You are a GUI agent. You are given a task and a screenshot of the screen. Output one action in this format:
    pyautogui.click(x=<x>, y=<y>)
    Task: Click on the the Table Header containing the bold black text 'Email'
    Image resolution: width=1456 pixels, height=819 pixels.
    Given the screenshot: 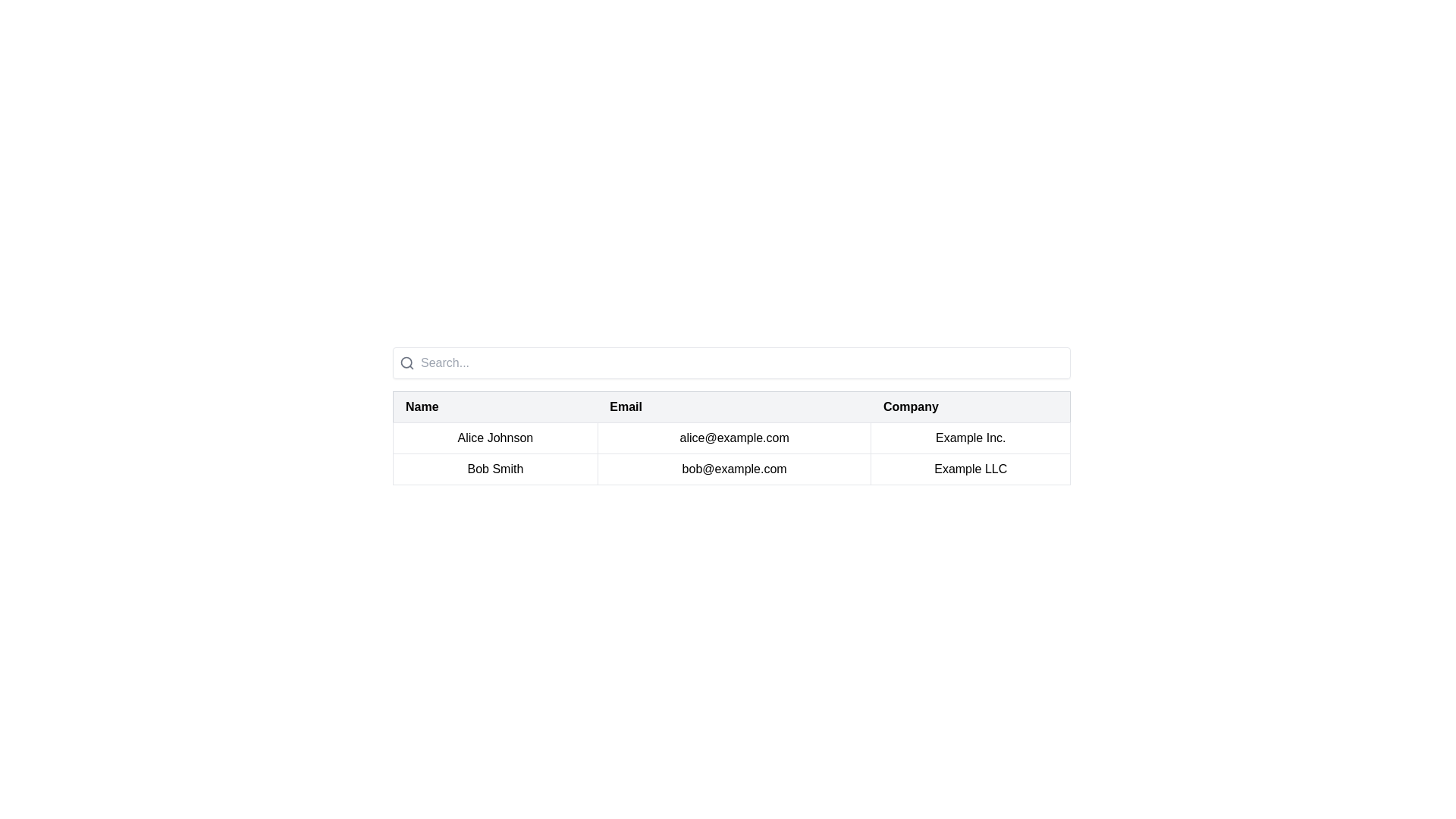 What is the action you would take?
    pyautogui.click(x=734, y=406)
    